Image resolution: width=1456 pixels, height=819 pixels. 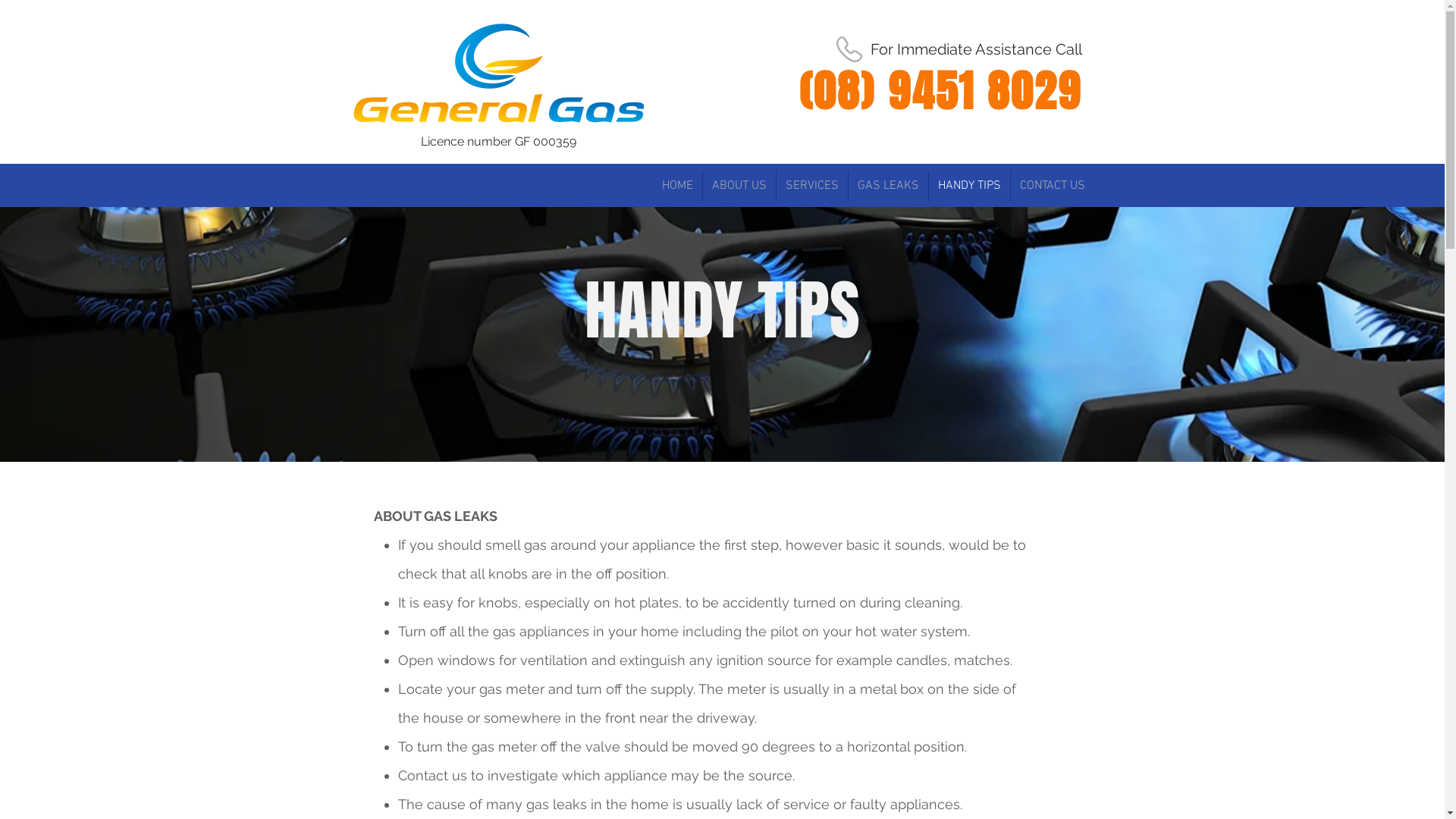 I want to click on 'HANDY TIPS', so click(x=927, y=185).